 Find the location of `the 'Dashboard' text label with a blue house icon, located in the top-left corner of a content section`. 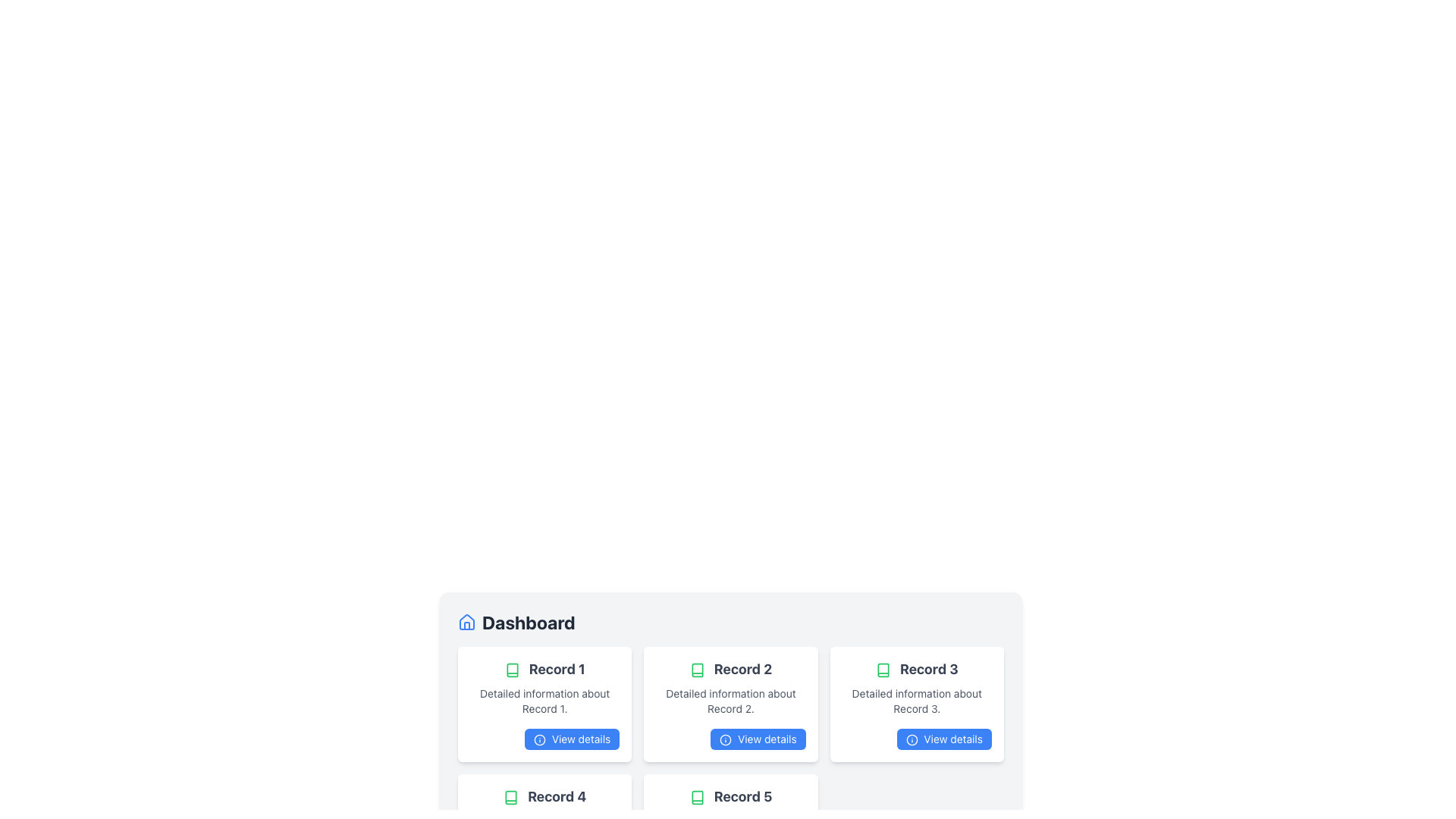

the 'Dashboard' text label with a blue house icon, located in the top-left corner of a content section is located at coordinates (516, 623).